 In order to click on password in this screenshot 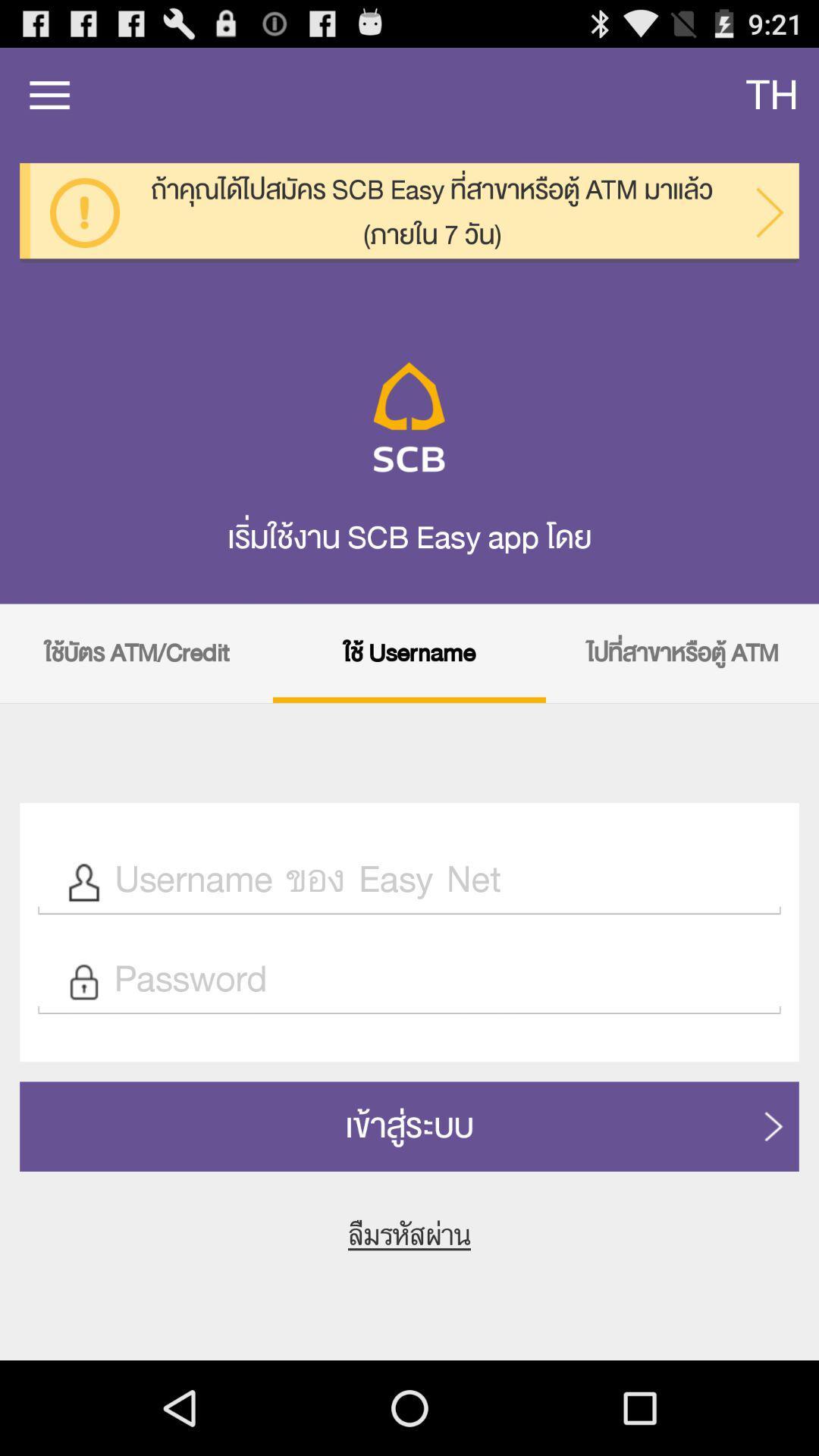, I will do `click(439, 981)`.